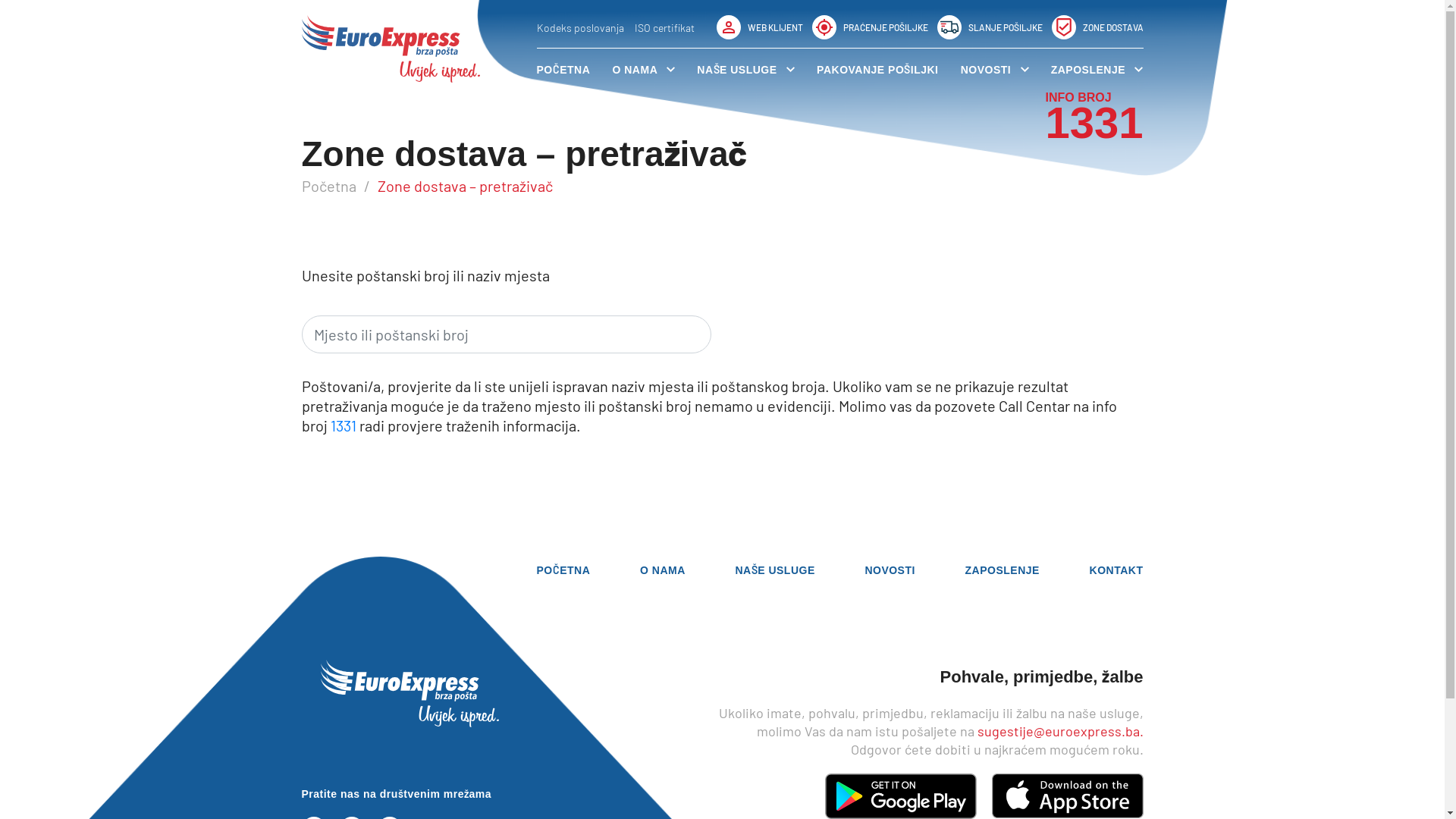  What do you see at coordinates (1097, 27) in the screenshot?
I see `'ZONE DOSTAVA'` at bounding box center [1097, 27].